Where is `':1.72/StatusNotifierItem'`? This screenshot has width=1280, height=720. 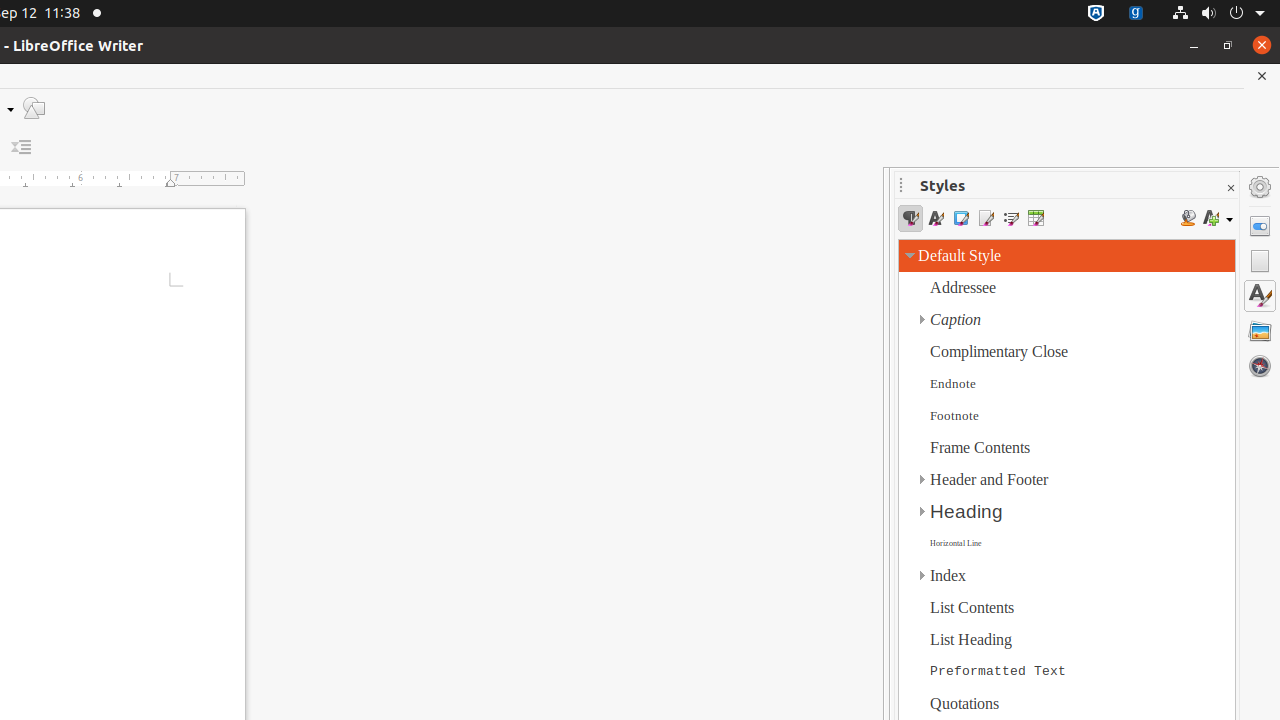 ':1.72/StatusNotifierItem' is located at coordinates (1094, 13).